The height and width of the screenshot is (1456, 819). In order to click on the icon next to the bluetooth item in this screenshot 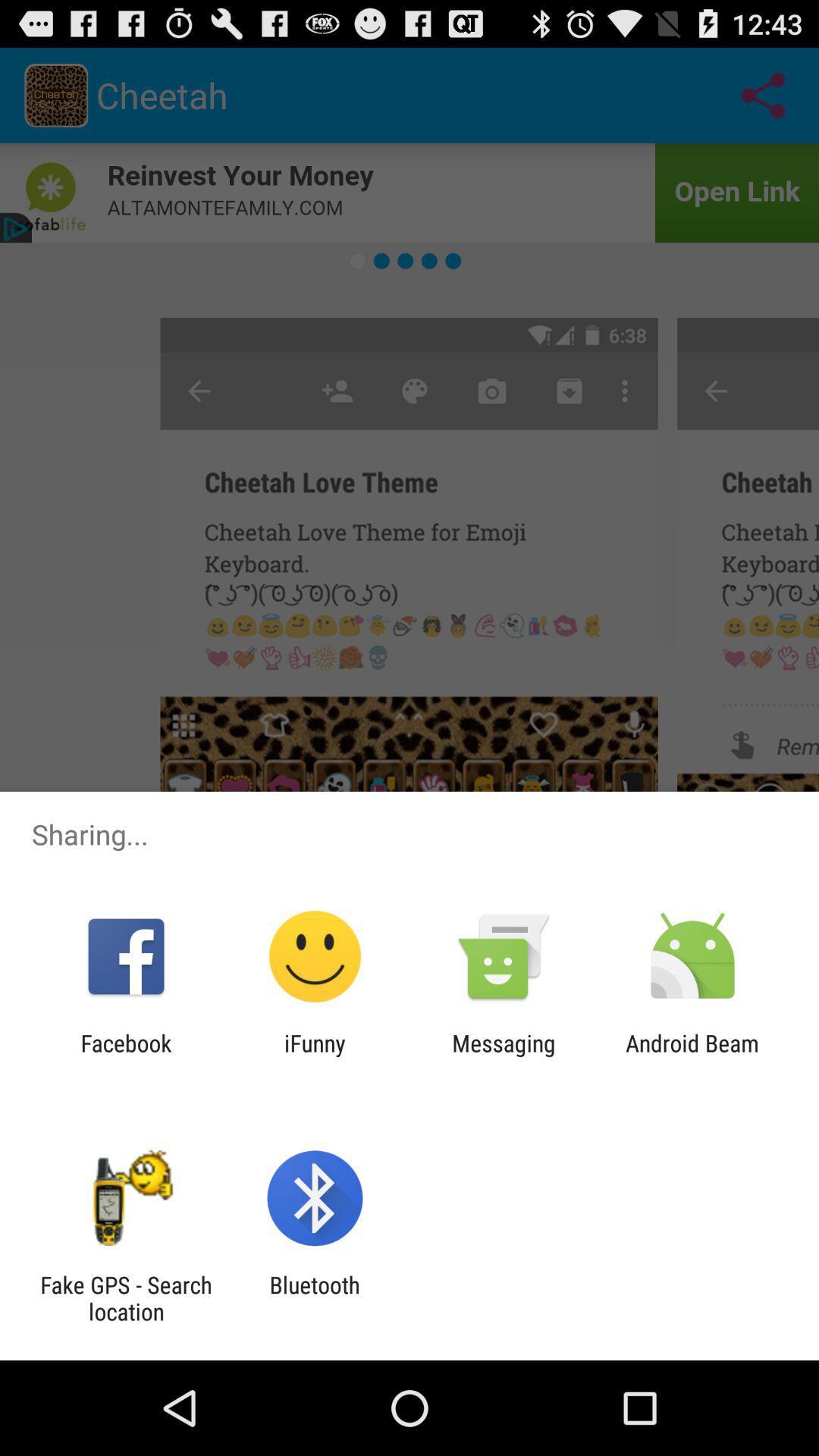, I will do `click(125, 1298)`.